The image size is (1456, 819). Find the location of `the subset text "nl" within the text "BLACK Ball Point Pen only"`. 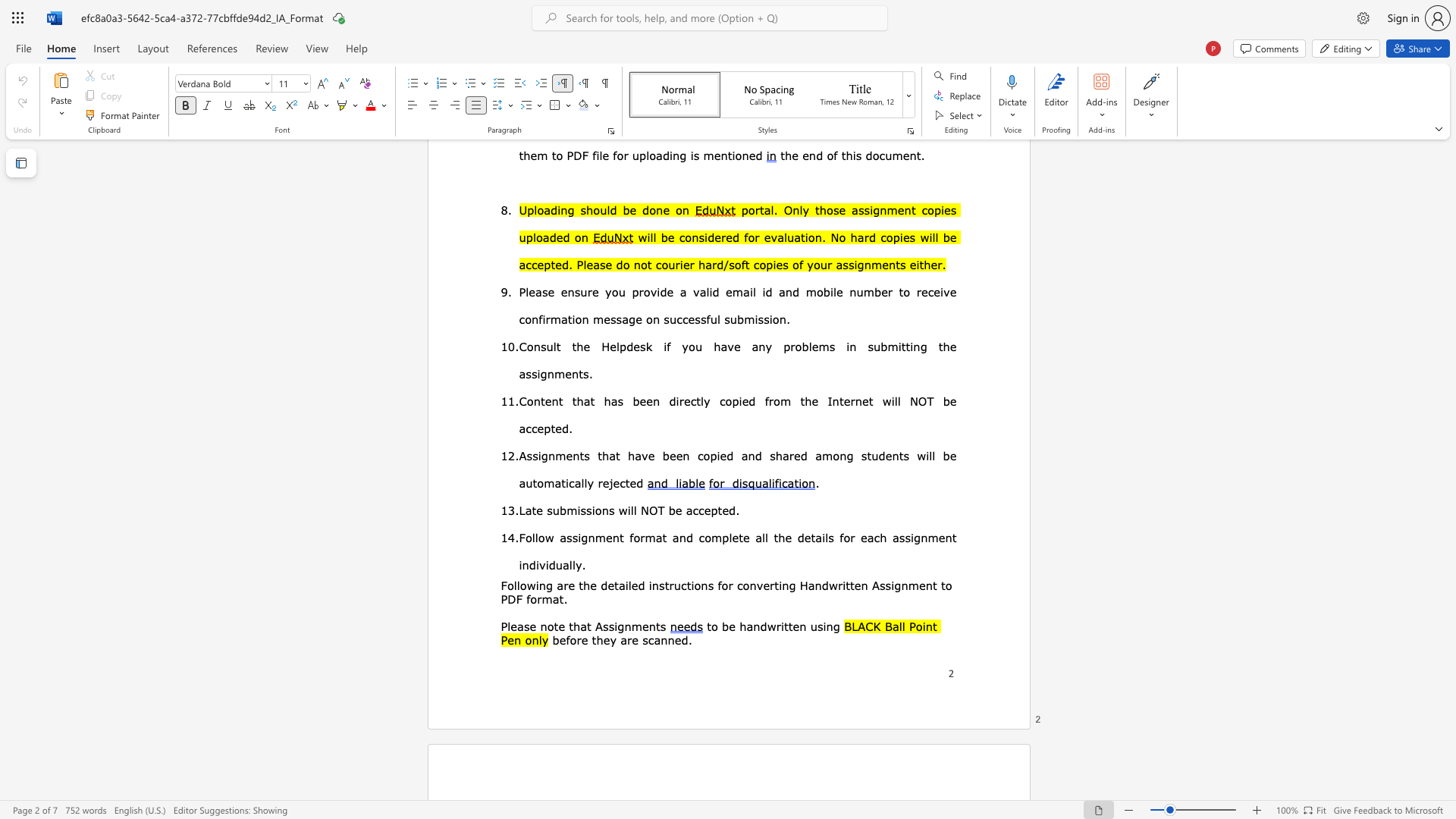

the subset text "nl" within the text "BLACK Ball Point Pen only" is located at coordinates (532, 640).